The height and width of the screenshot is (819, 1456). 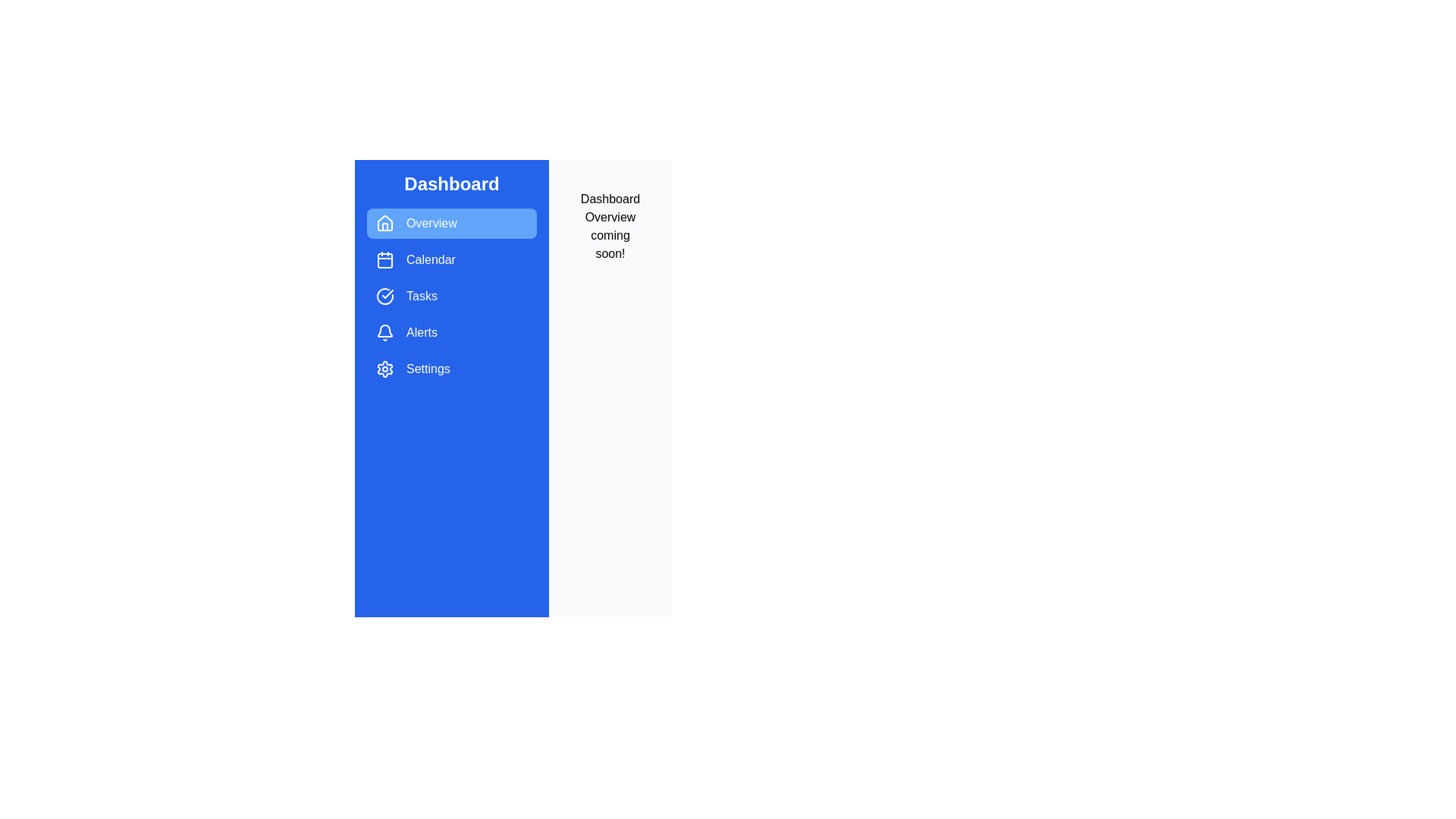 I want to click on the door element of the house icon located on the blue sidebar, which is adjacent, so click(x=385, y=227).